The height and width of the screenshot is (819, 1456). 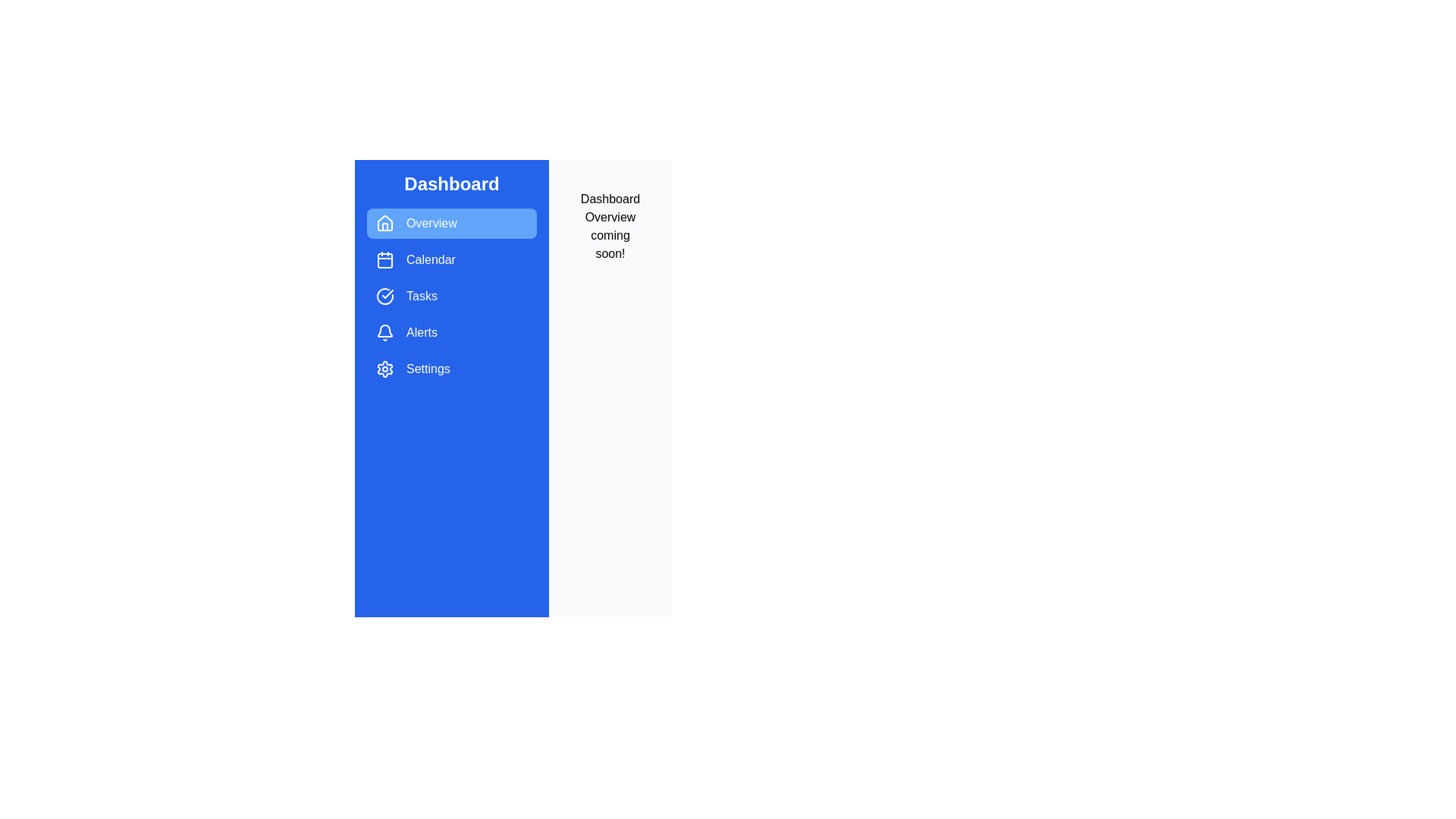 I want to click on the door element of the house icon located on the blue sidebar, which is adjacent, so click(x=385, y=227).